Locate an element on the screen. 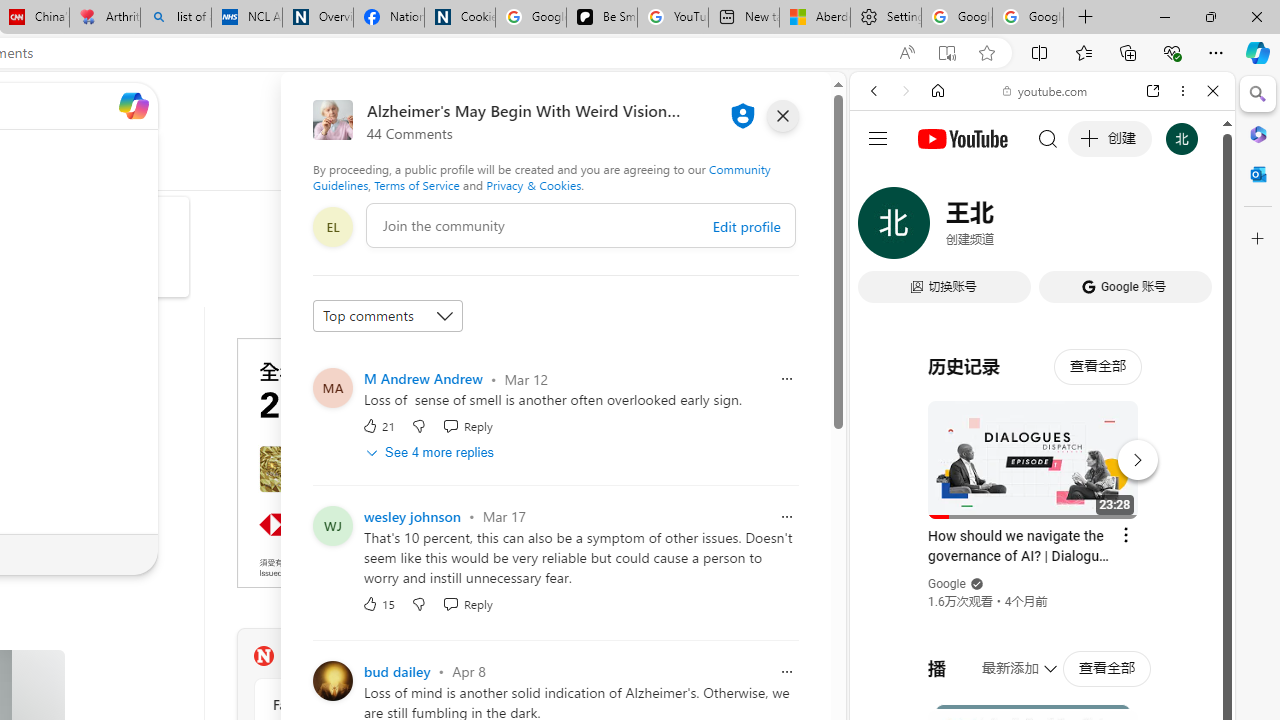 Image resolution: width=1280 pixels, height=720 pixels. 'Newsweek' is located at coordinates (262, 655).